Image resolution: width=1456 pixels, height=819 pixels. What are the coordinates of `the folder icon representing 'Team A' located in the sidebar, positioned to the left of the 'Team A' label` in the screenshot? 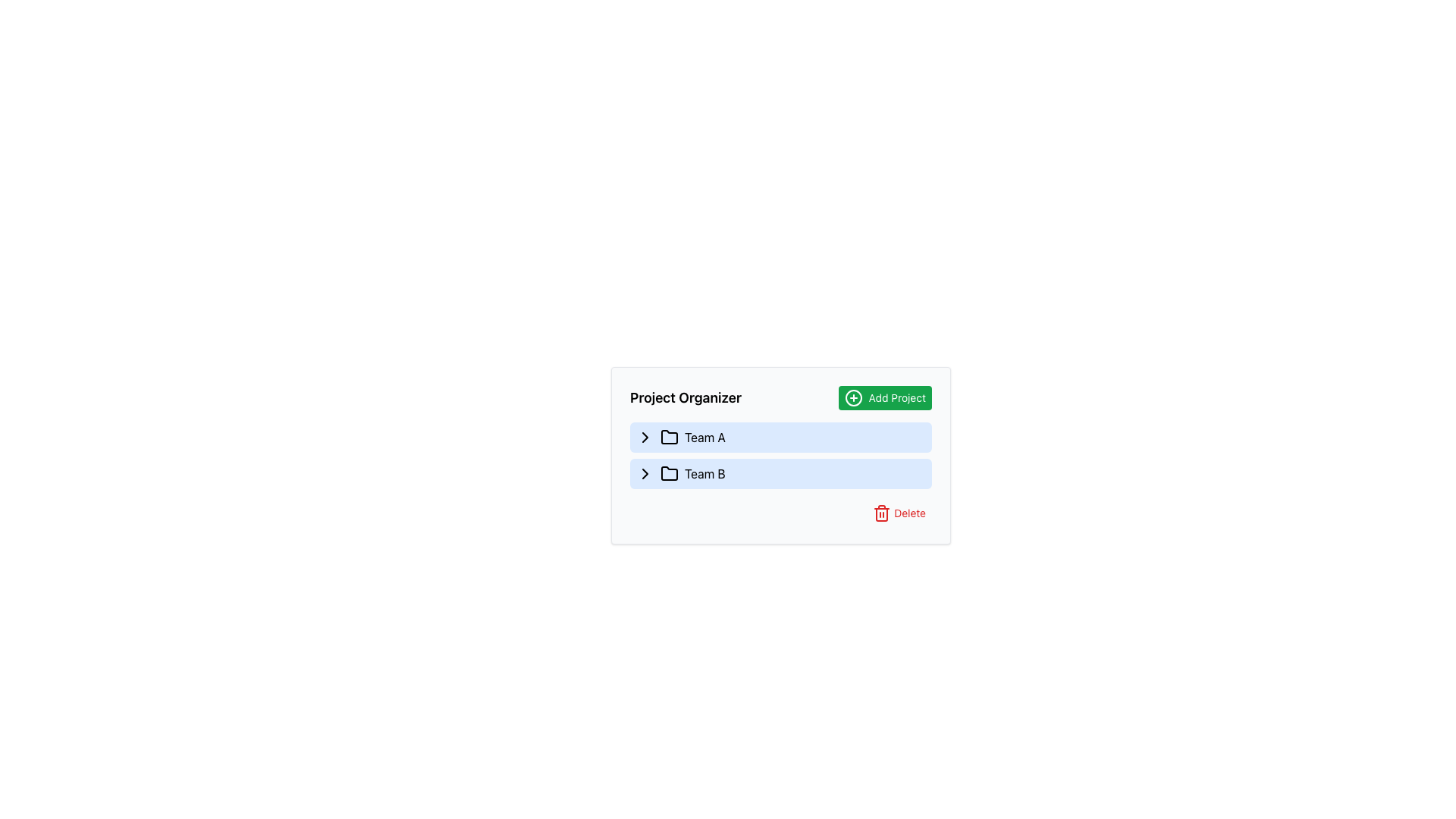 It's located at (669, 436).